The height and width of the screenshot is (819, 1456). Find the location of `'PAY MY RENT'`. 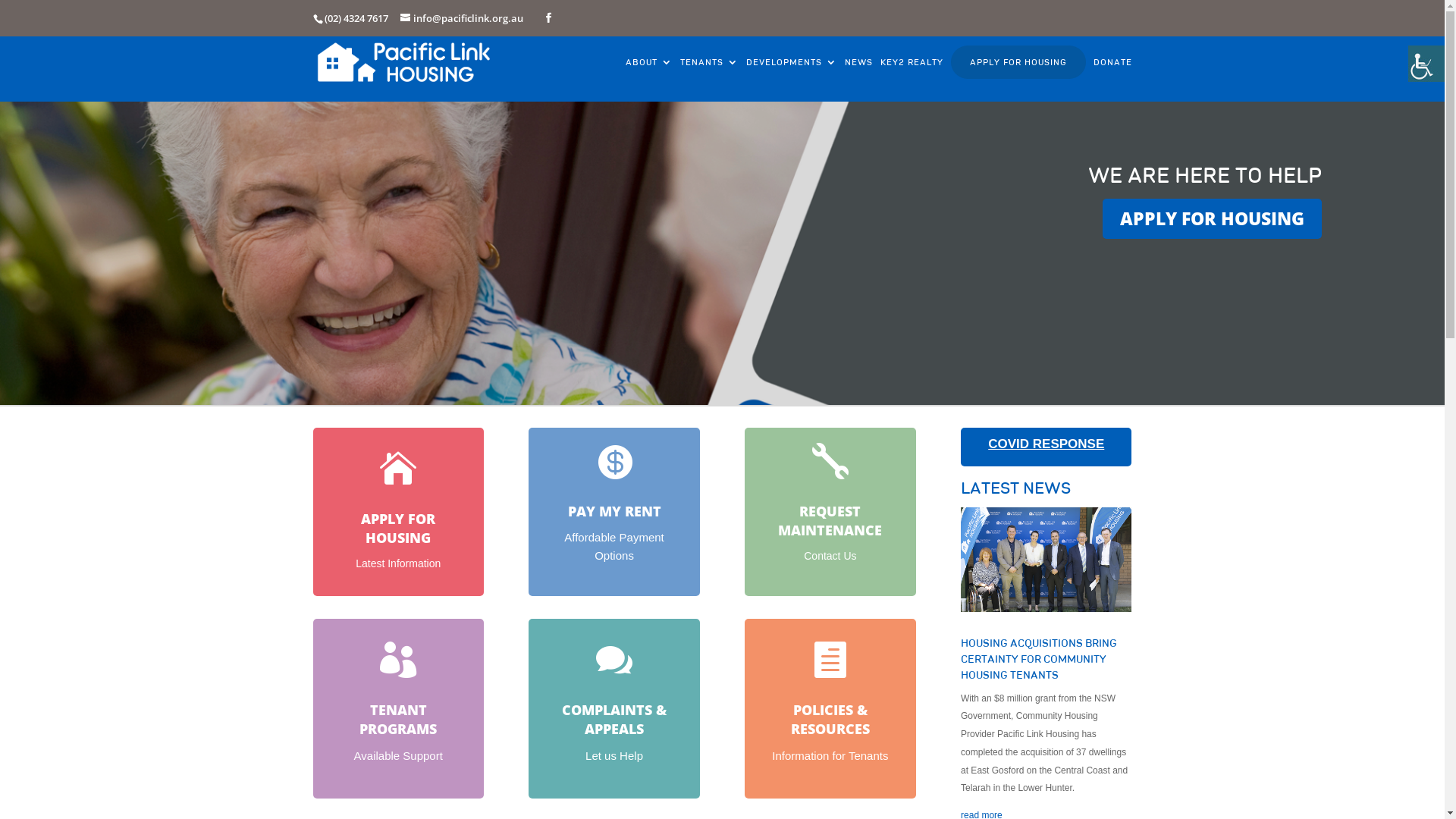

'PAY MY RENT' is located at coordinates (614, 511).